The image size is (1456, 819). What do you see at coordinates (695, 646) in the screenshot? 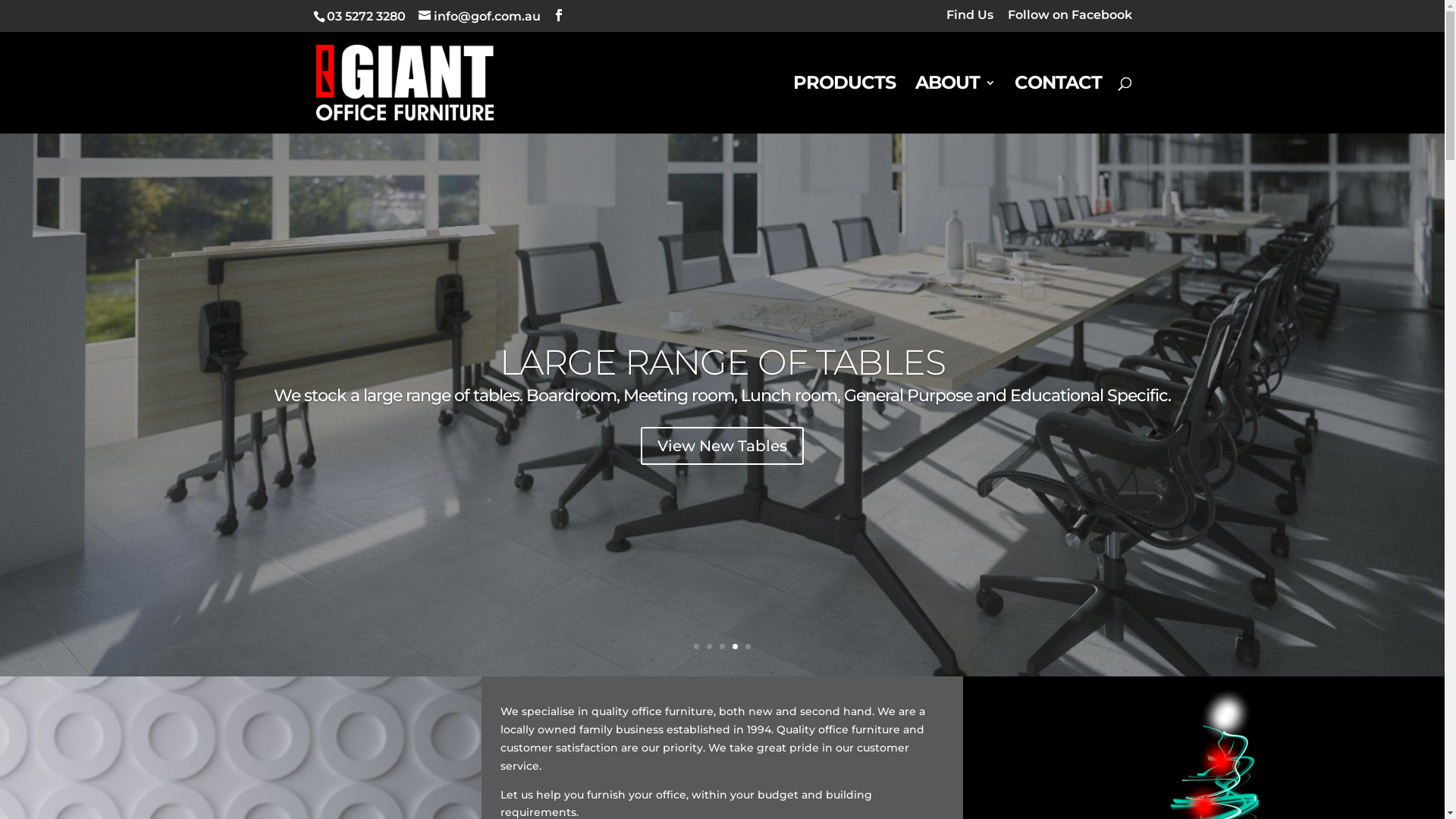
I see `'1'` at bounding box center [695, 646].